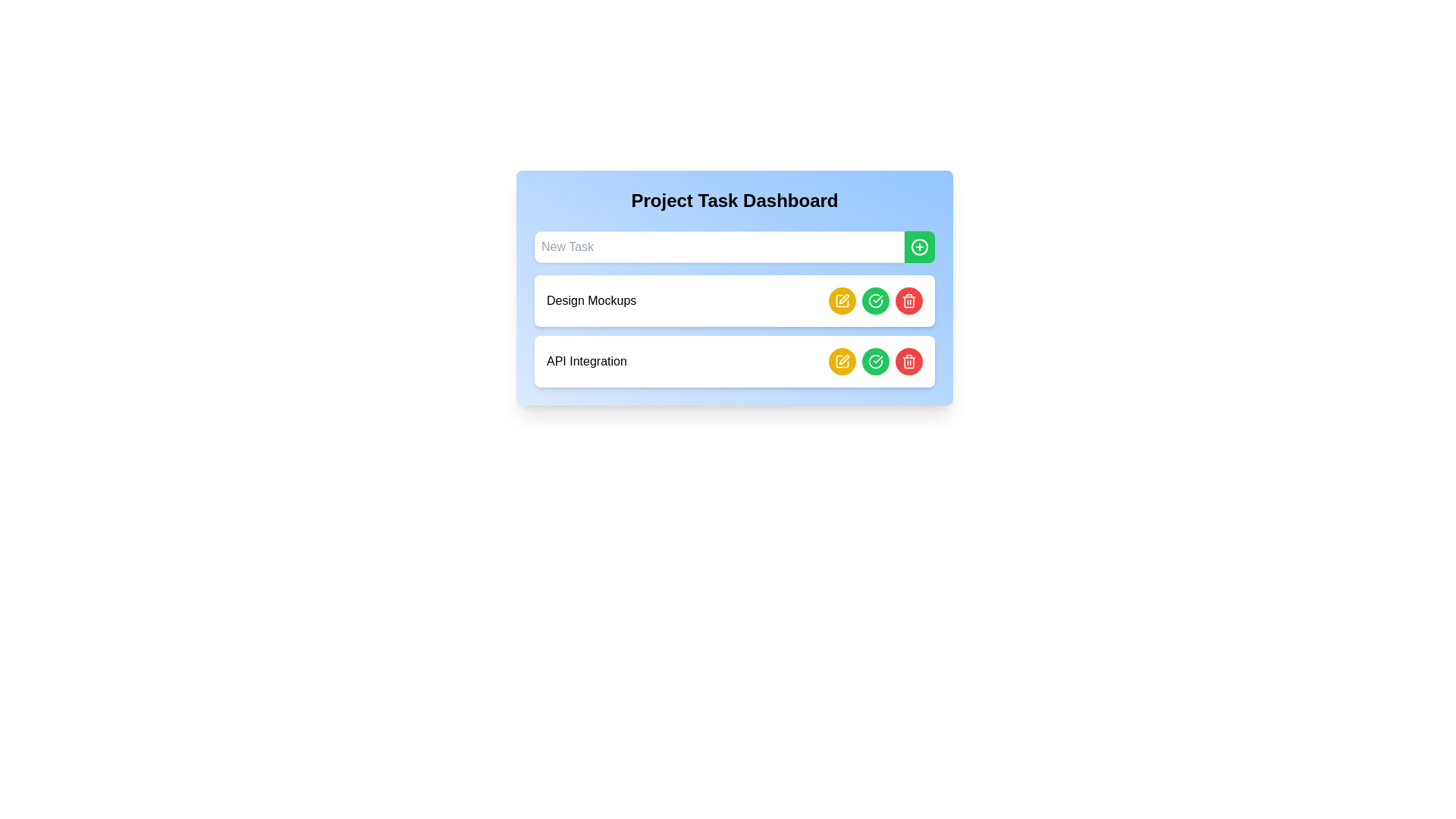  What do you see at coordinates (876, 362) in the screenshot?
I see `the circular green button with a white checkmark in the center, located in the second task row labeled 'API Integration'` at bounding box center [876, 362].